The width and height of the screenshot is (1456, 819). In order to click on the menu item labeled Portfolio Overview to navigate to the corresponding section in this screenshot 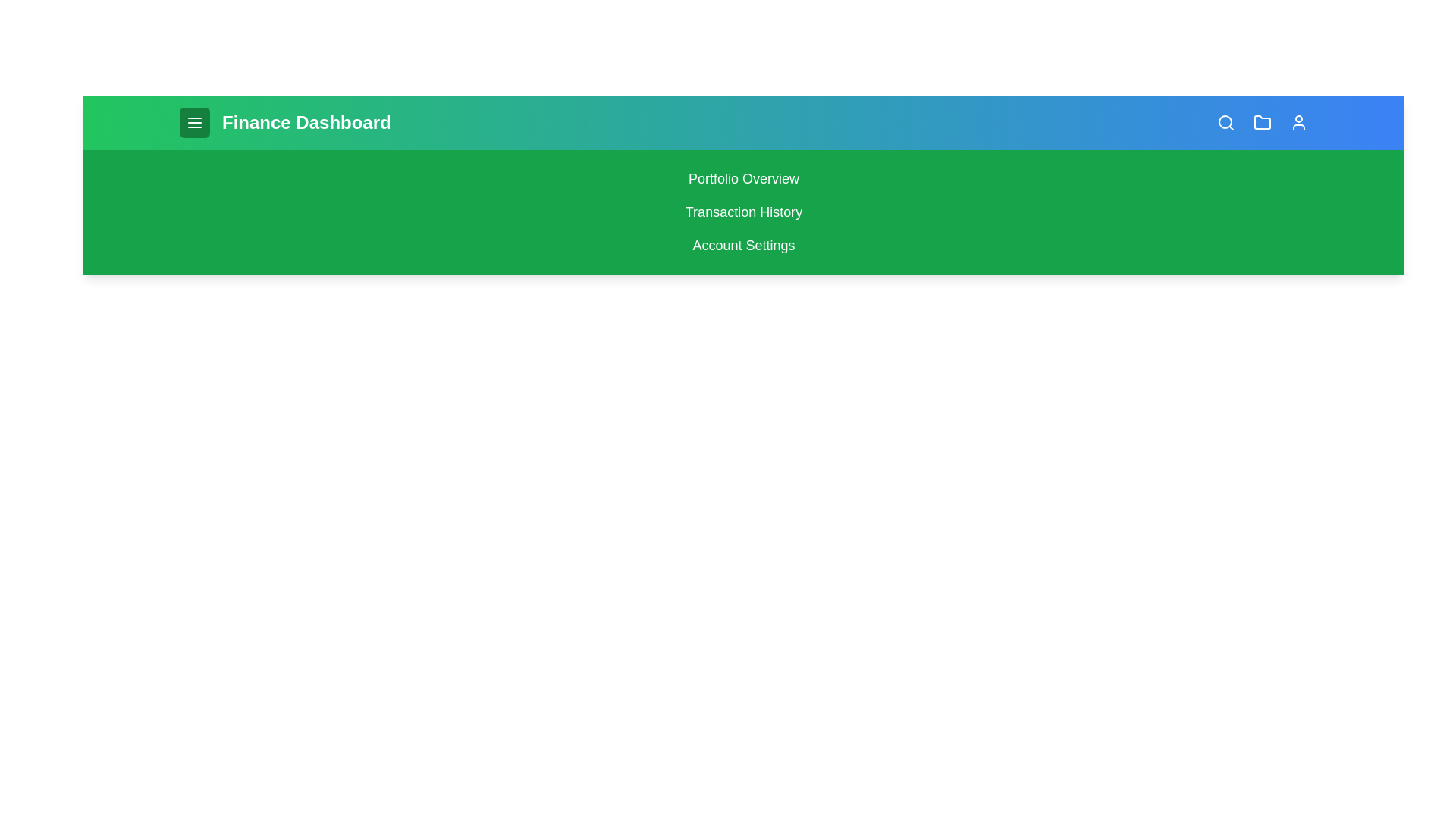, I will do `click(743, 177)`.